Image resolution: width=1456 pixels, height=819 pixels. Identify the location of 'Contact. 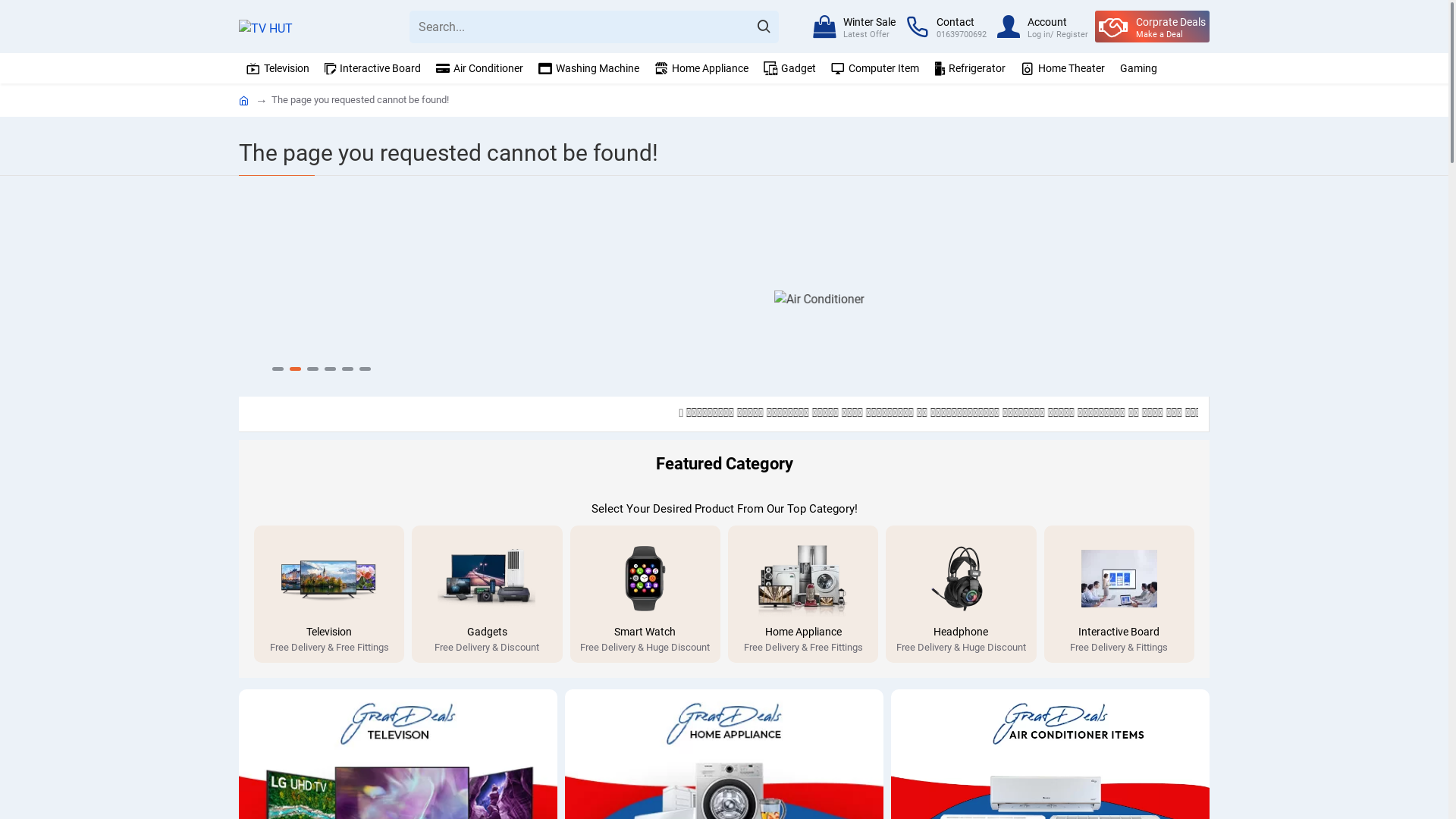
(946, 26).